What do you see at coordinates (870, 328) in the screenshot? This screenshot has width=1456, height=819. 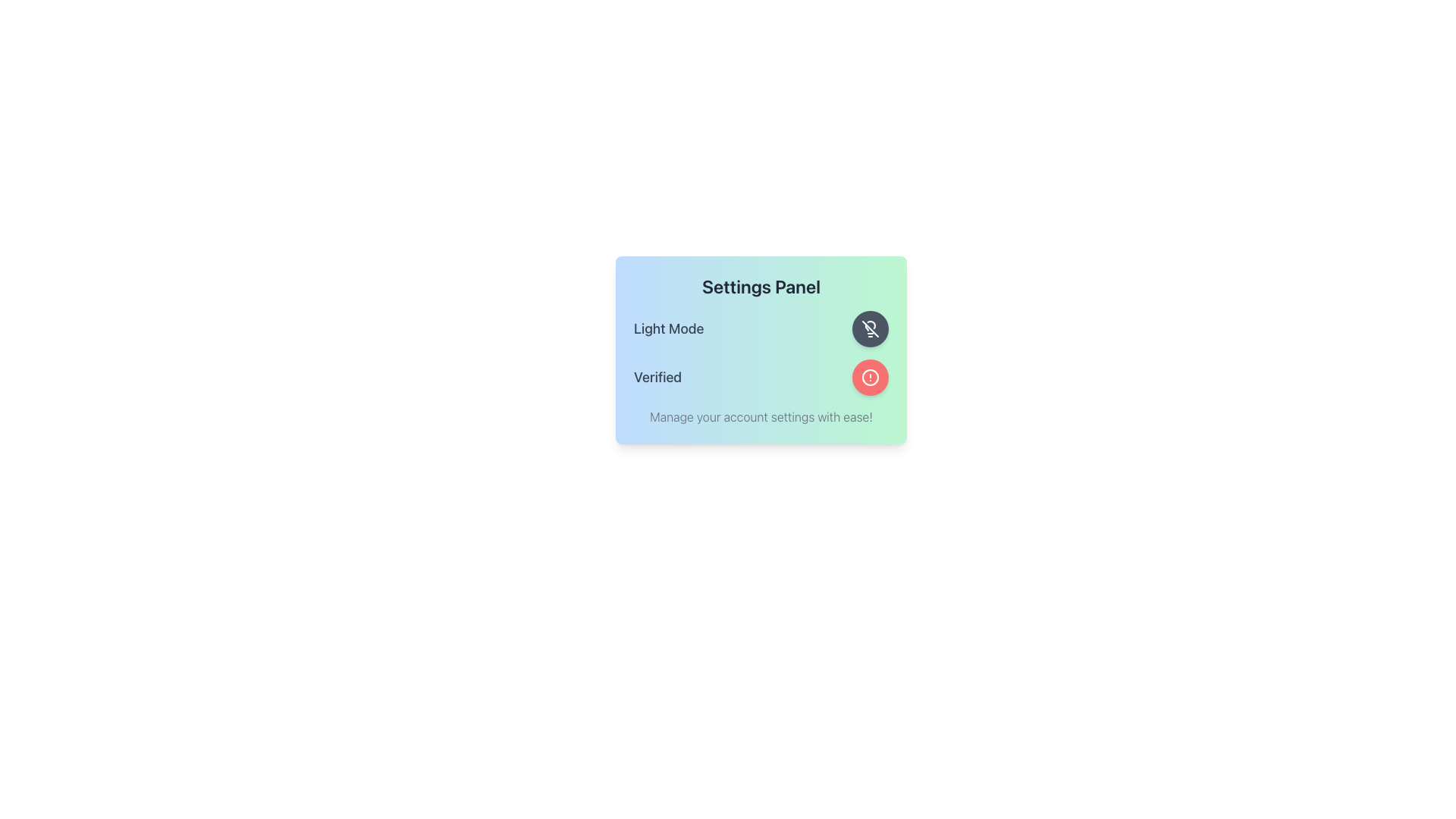 I see `the 'lightbulb off' icon, which is a minimalistic design with a white stroke on a dark background, located in the top-right corner of the 'Settings Panel'` at bounding box center [870, 328].